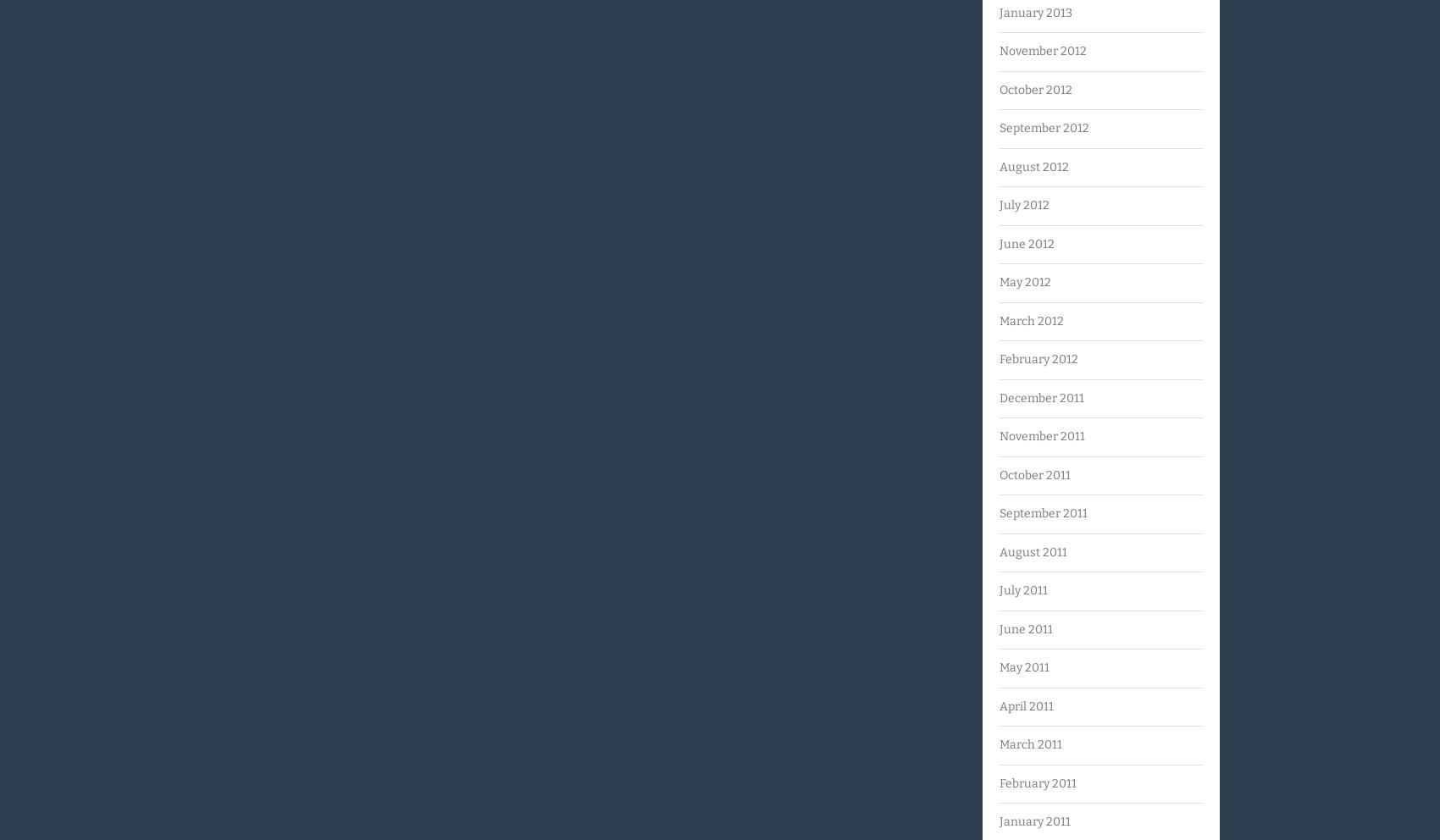 This screenshot has width=1440, height=840. I want to click on 'May 2012', so click(998, 281).